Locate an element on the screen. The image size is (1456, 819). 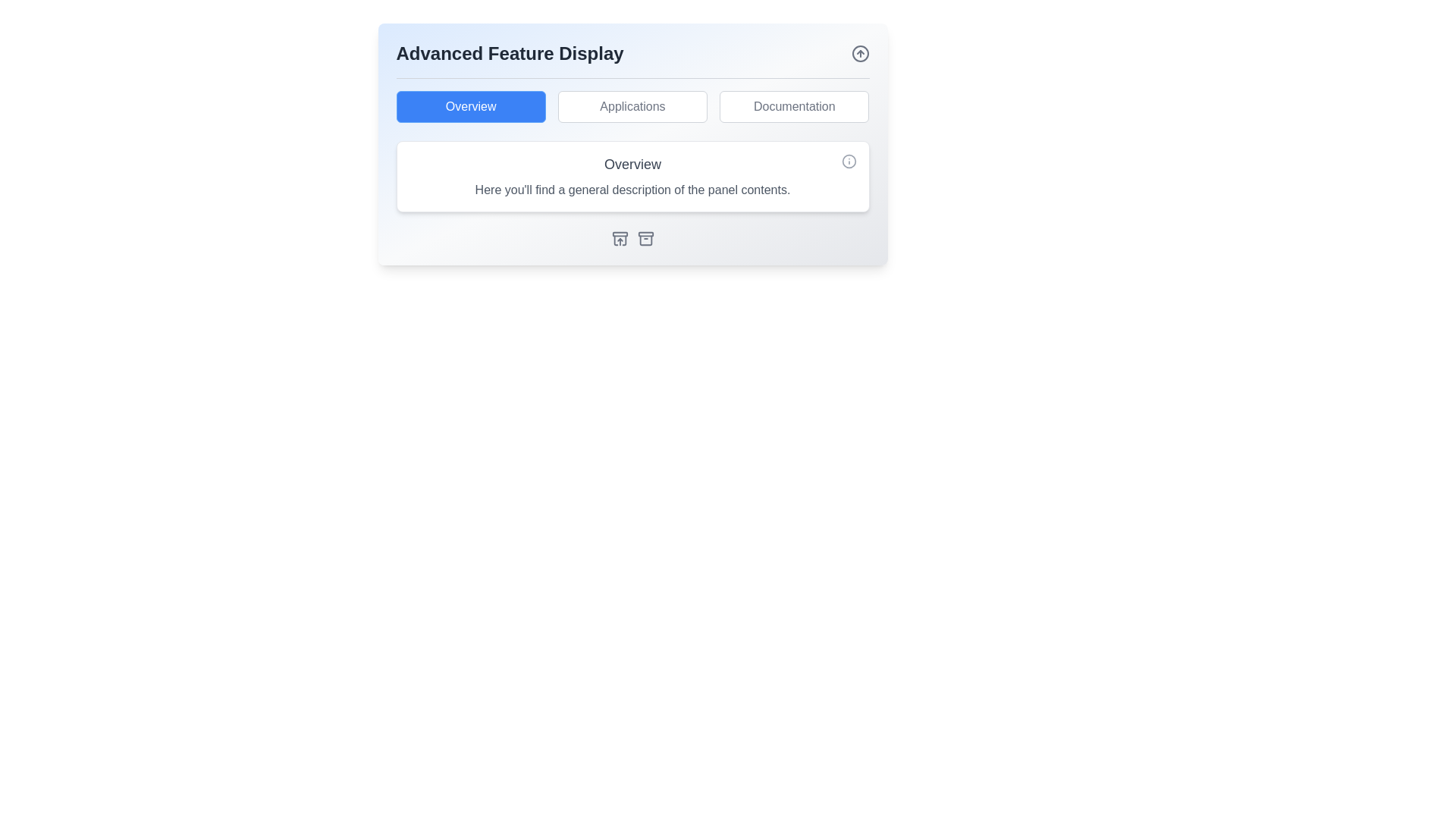
'Advanced Feature Display' text element that is styled in bold and large font, located at the top of the interface is located at coordinates (510, 52).